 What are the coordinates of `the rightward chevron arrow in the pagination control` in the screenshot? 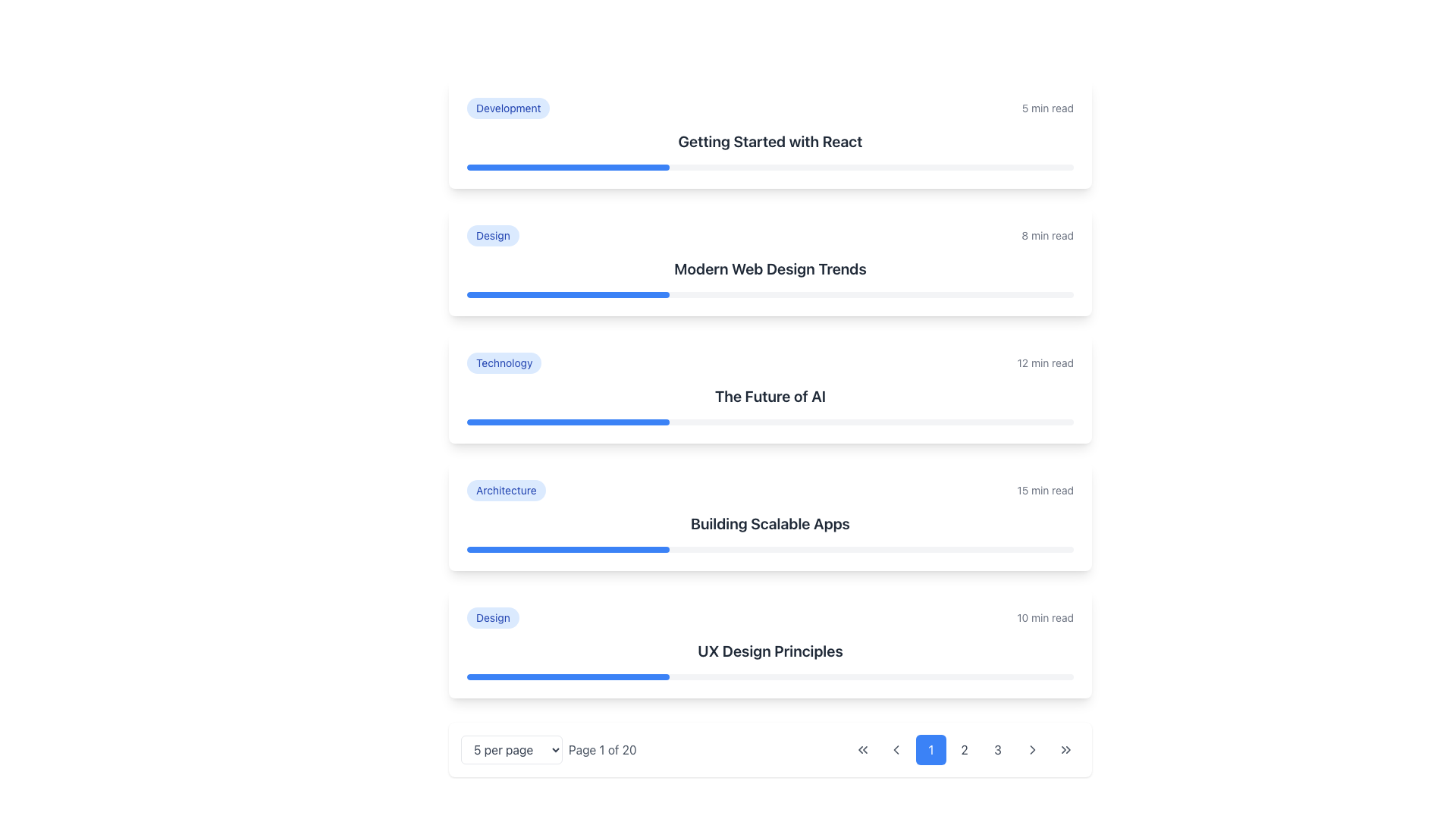 It's located at (1032, 748).